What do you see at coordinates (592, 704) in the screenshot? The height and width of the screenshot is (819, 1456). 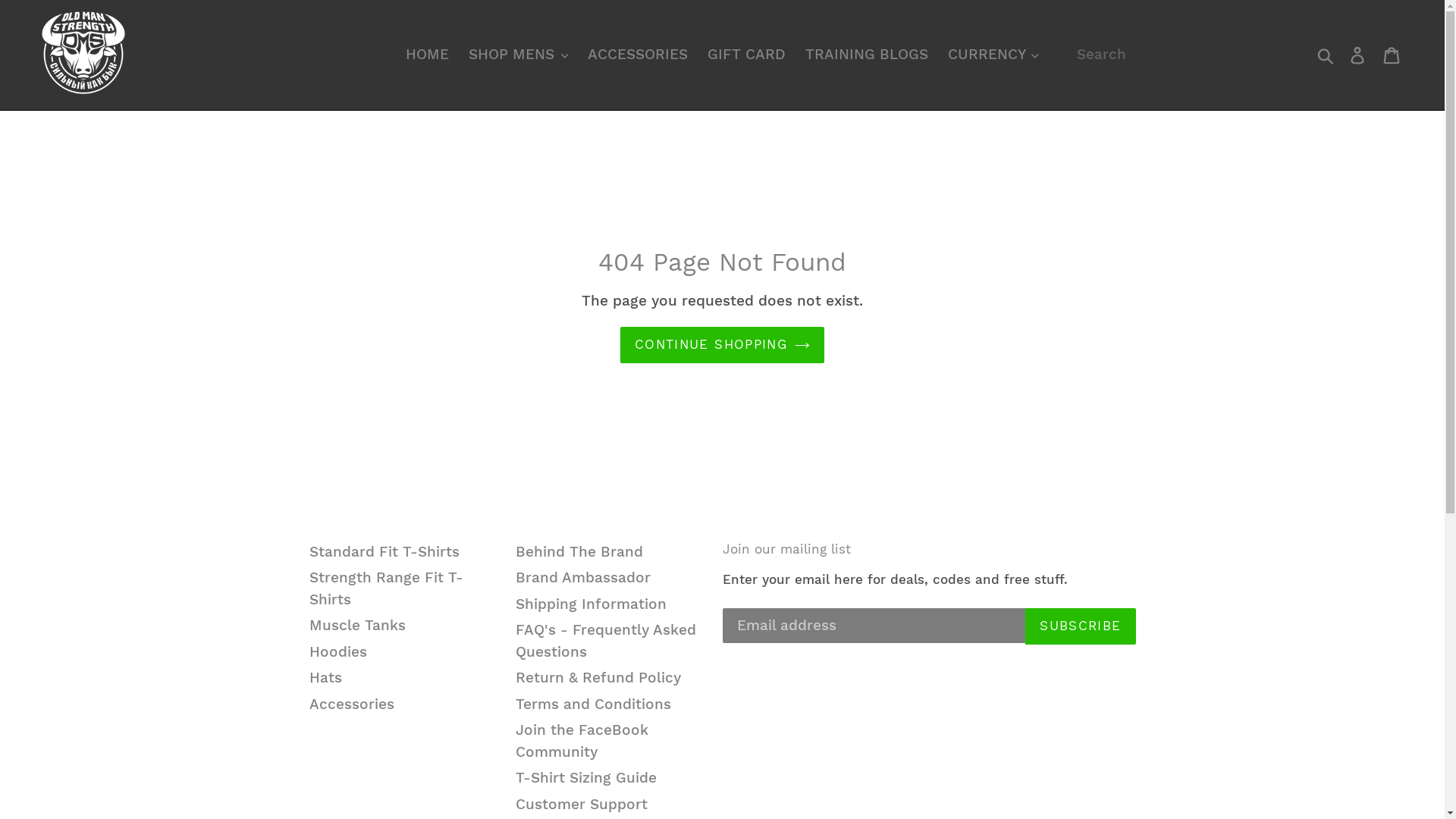 I see `'Terms and Conditions'` at bounding box center [592, 704].